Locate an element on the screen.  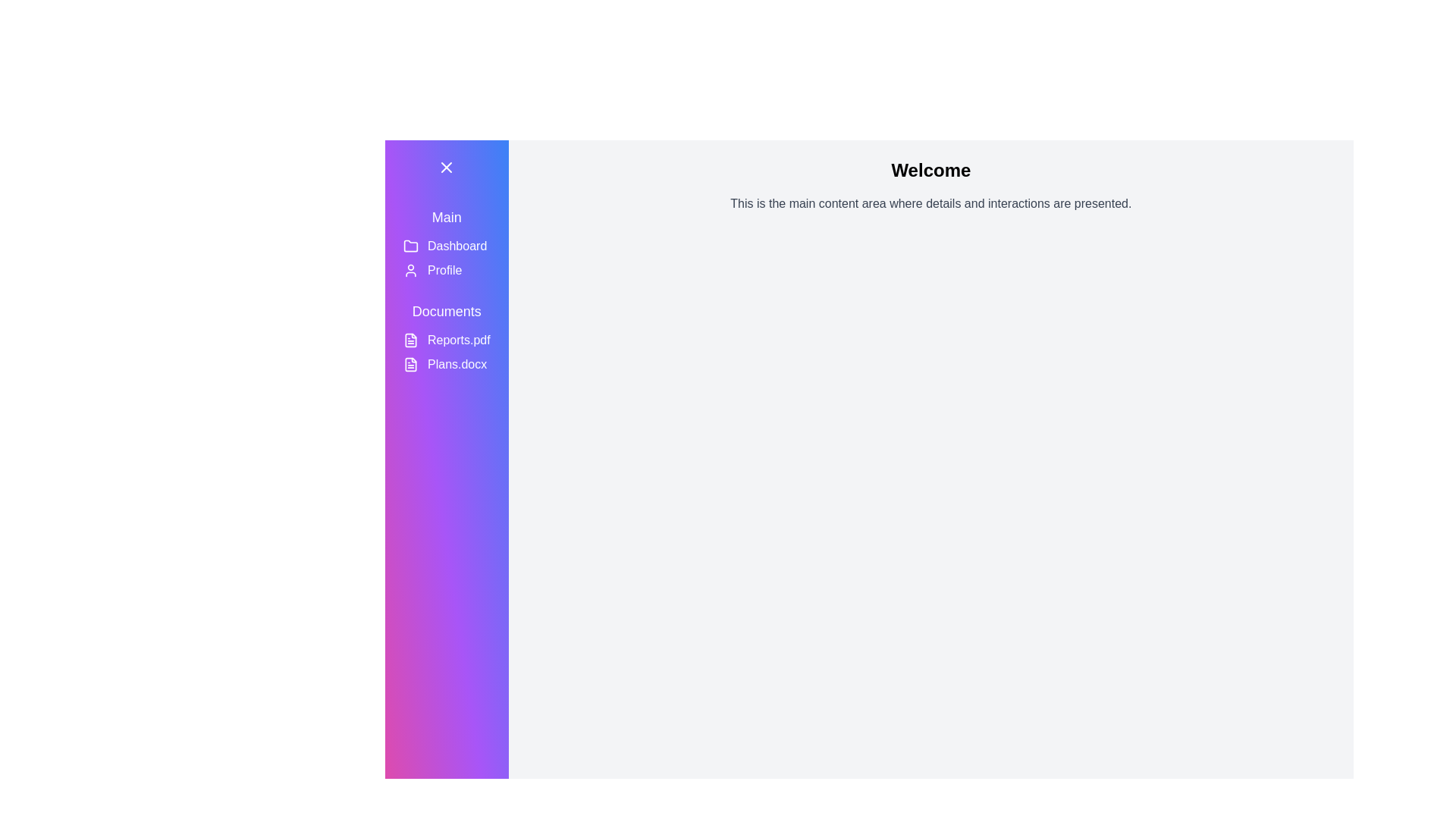
the user profile icon located in the vertical navigation bar, which is a small circular head and shoulders icon with a line outline, positioned to the left of the 'Profile' text is located at coordinates (411, 270).